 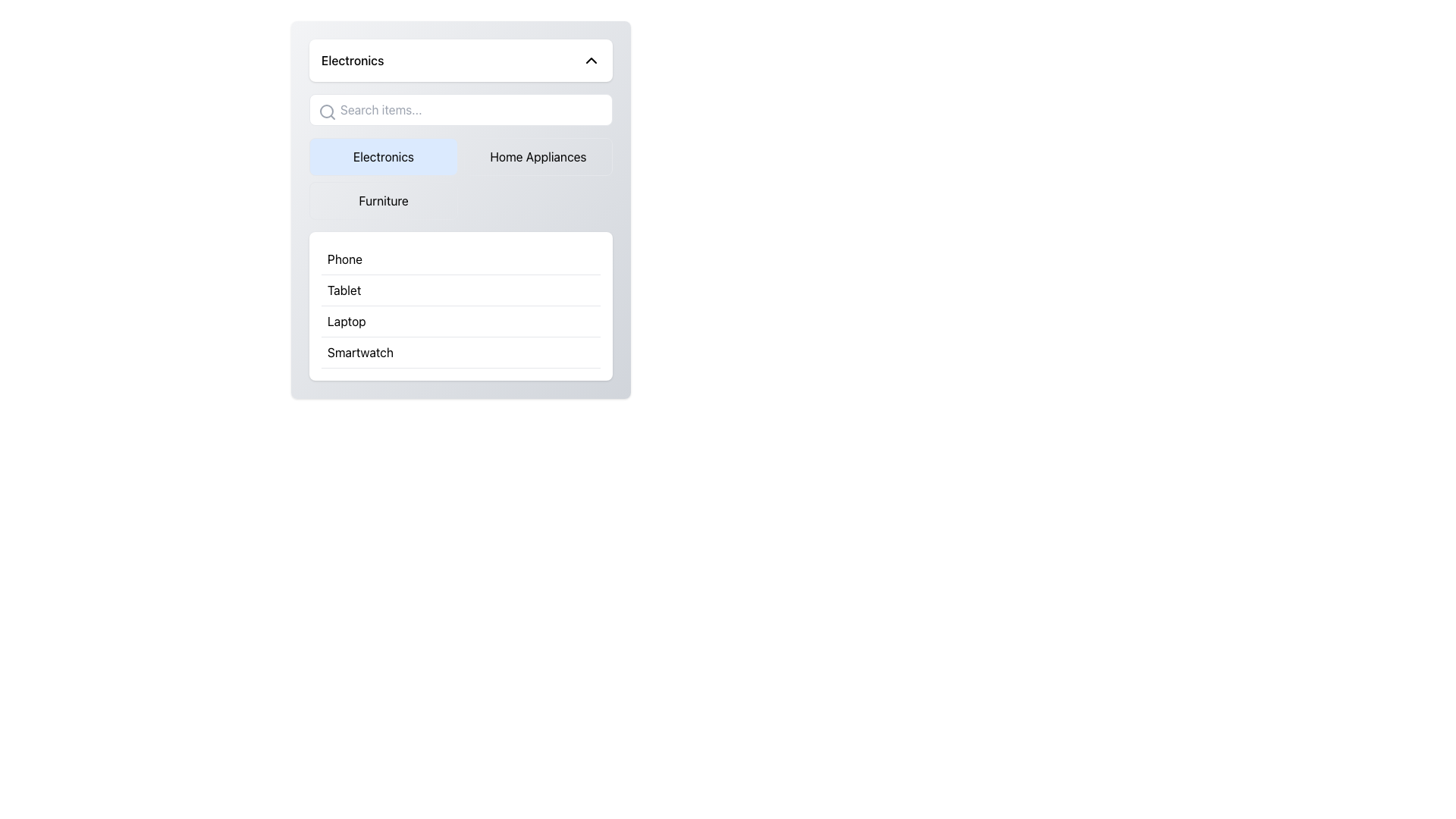 I want to click on the 'Home Appliances' button, which is the second button in a row of three, located to the right of the 'Electronics' button and above the 'Furniture' button, so click(x=538, y=157).